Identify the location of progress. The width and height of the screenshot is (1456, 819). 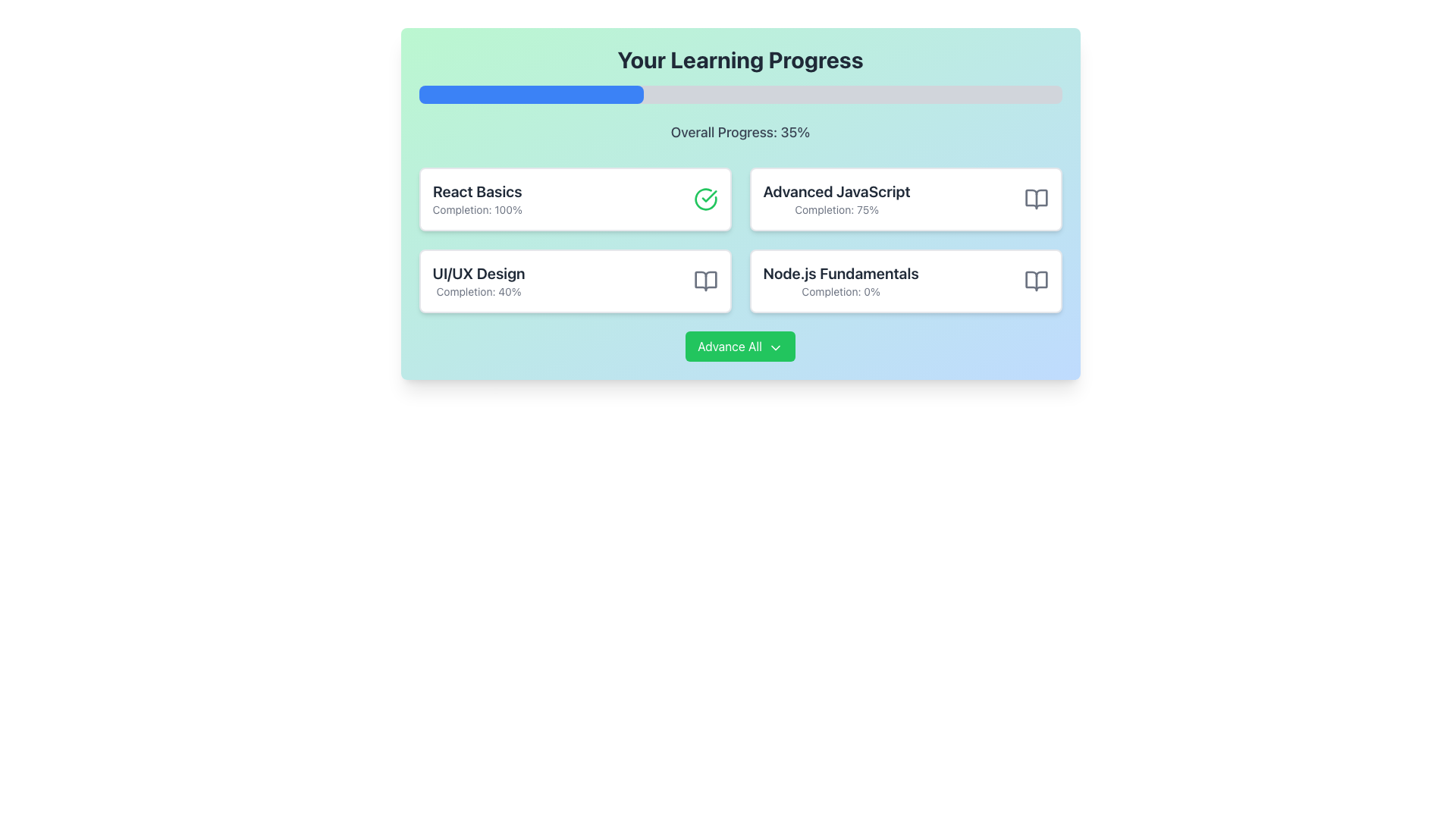
(541, 94).